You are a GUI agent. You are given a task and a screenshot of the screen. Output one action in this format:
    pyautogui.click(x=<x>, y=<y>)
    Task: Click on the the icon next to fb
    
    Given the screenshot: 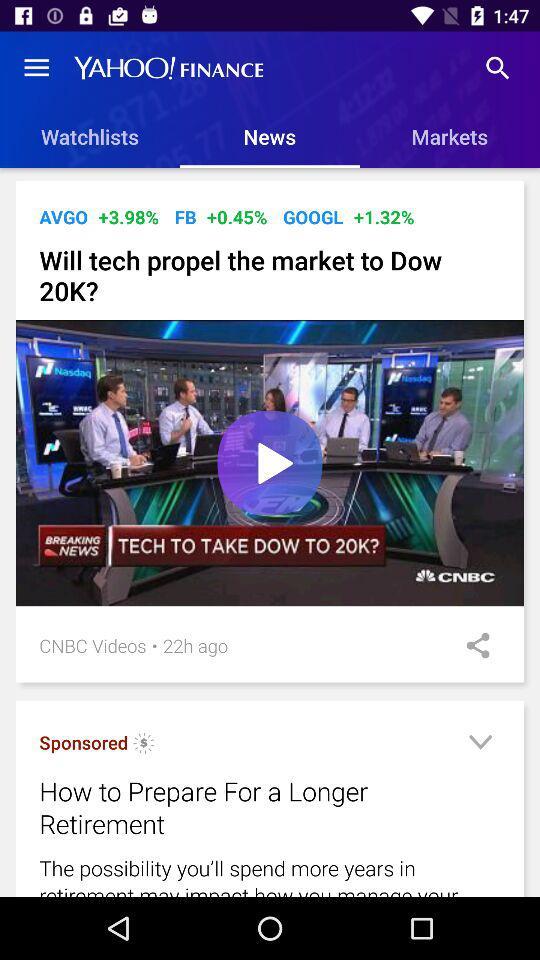 What is the action you would take?
    pyautogui.click(x=237, y=217)
    